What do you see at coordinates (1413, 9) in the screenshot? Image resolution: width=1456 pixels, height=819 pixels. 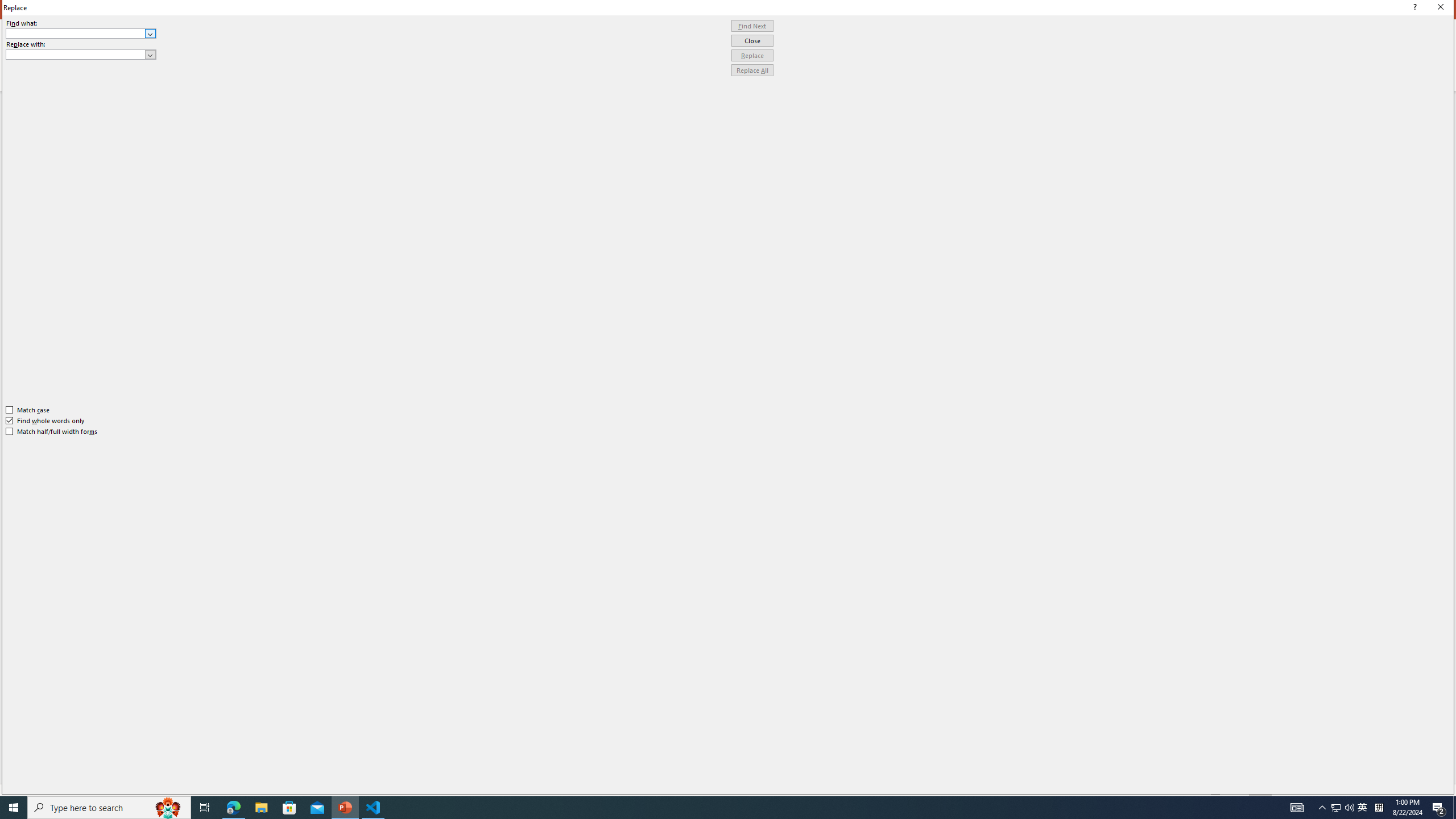 I see `'Context help'` at bounding box center [1413, 9].